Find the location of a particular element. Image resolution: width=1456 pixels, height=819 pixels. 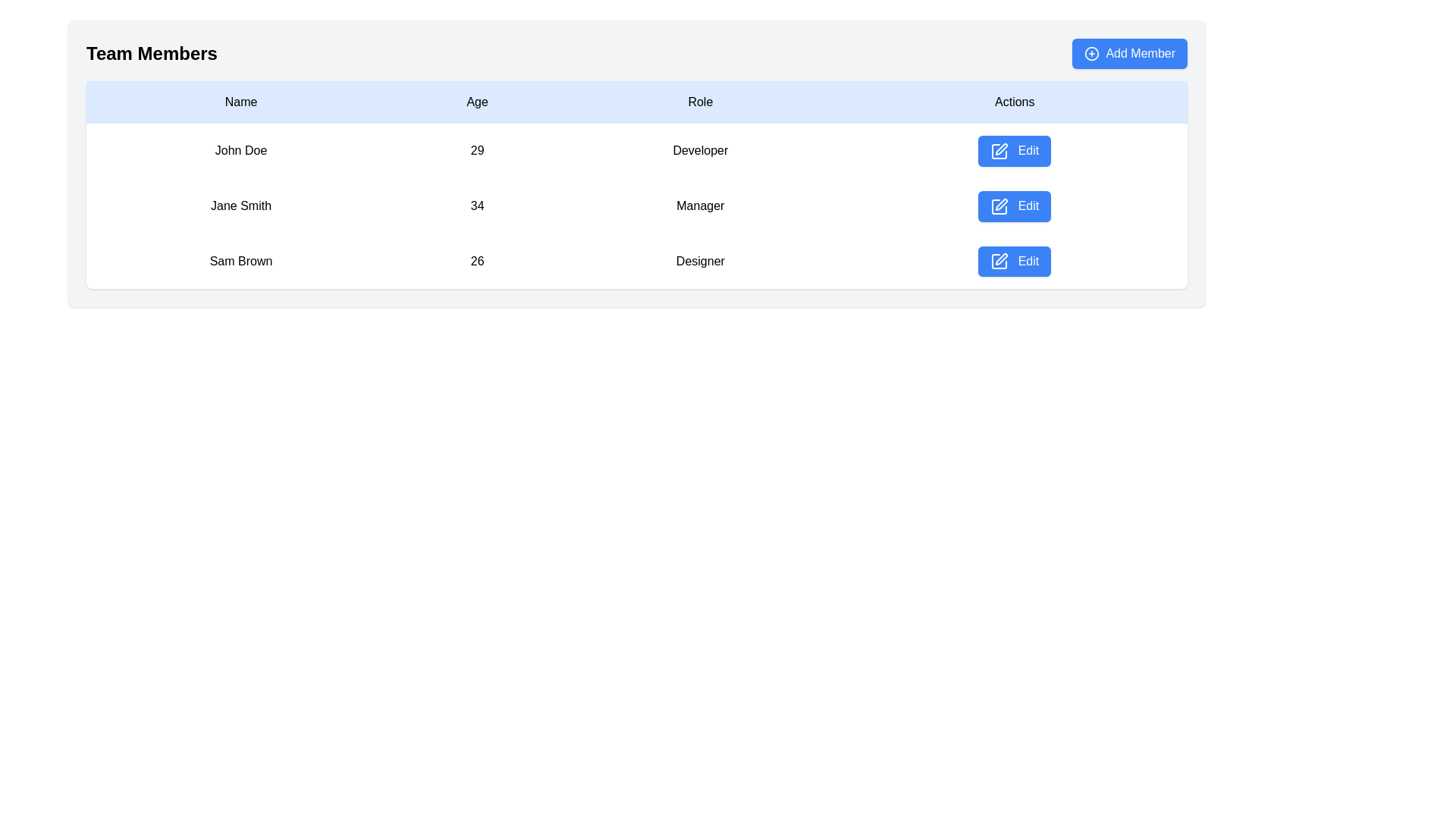

the tabular row containing the information for 'Sam Brown', aged 26, with the role 'Designer', which includes an 'Edit' button is located at coordinates (637, 259).